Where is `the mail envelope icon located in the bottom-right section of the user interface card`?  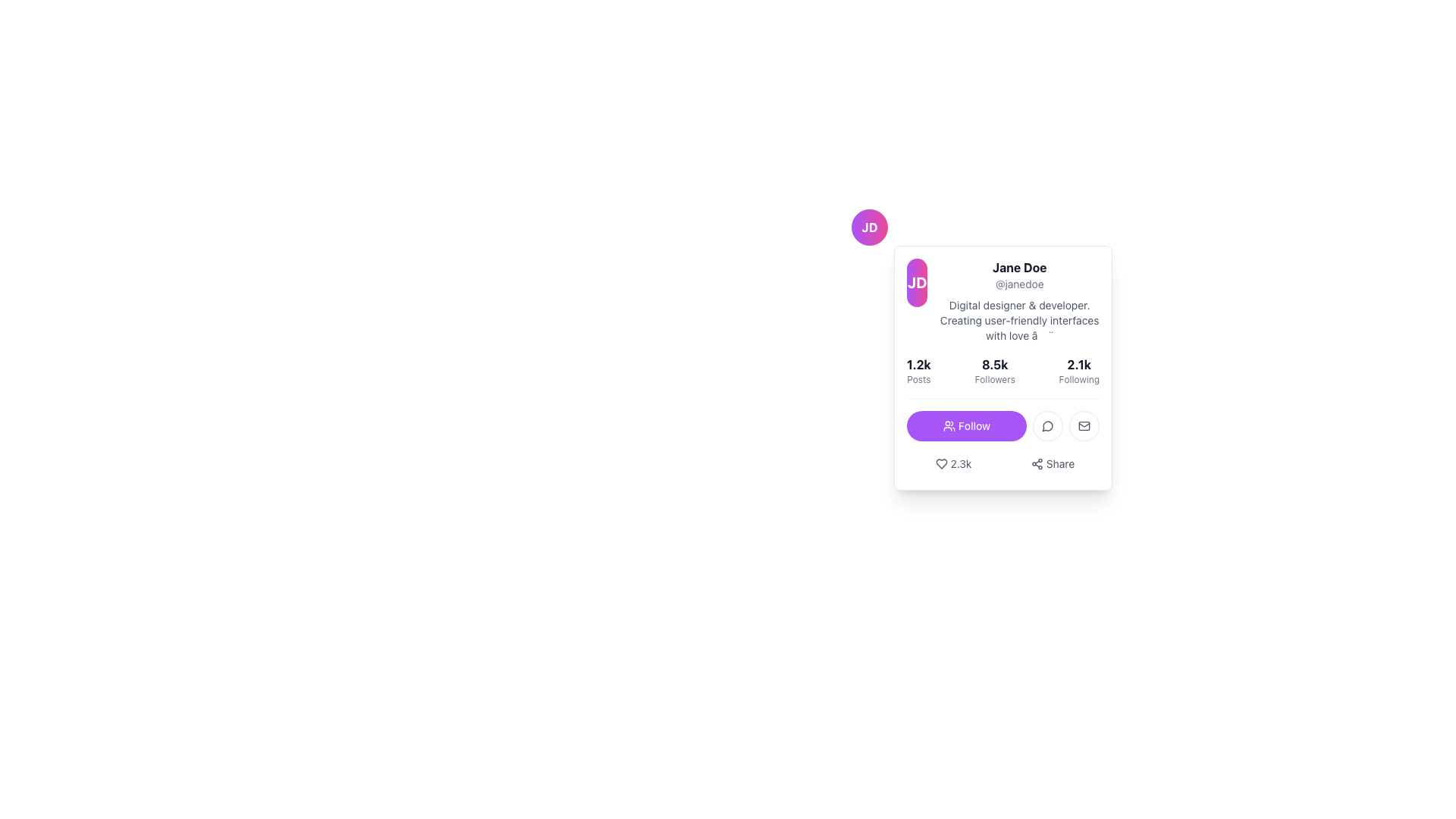
the mail envelope icon located in the bottom-right section of the user interface card is located at coordinates (1084, 426).